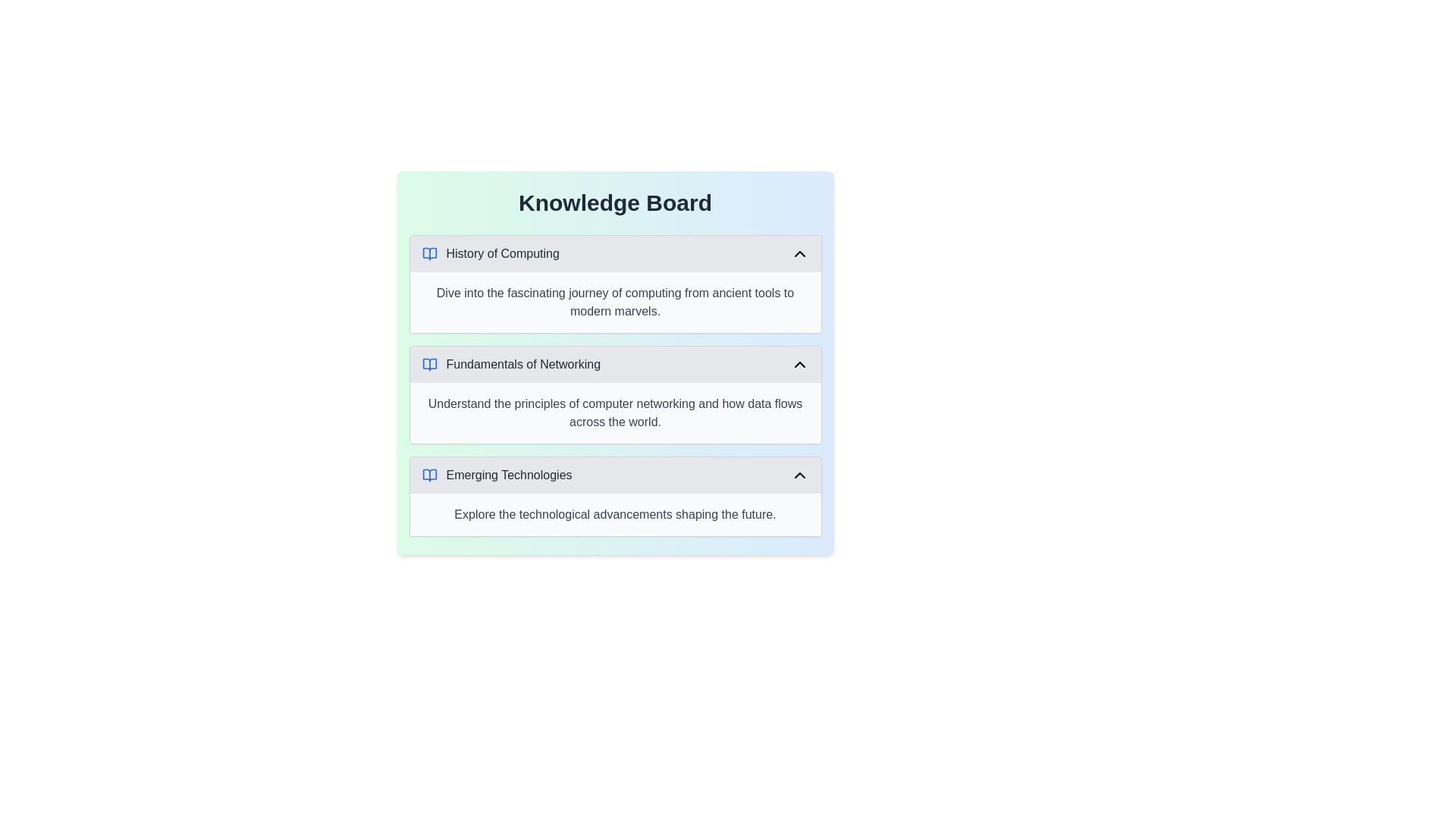 The image size is (1456, 819). Describe the element at coordinates (615, 513) in the screenshot. I see `the second content block under the 'Emerging Technologies' section, which provides additional information related to this section` at that location.